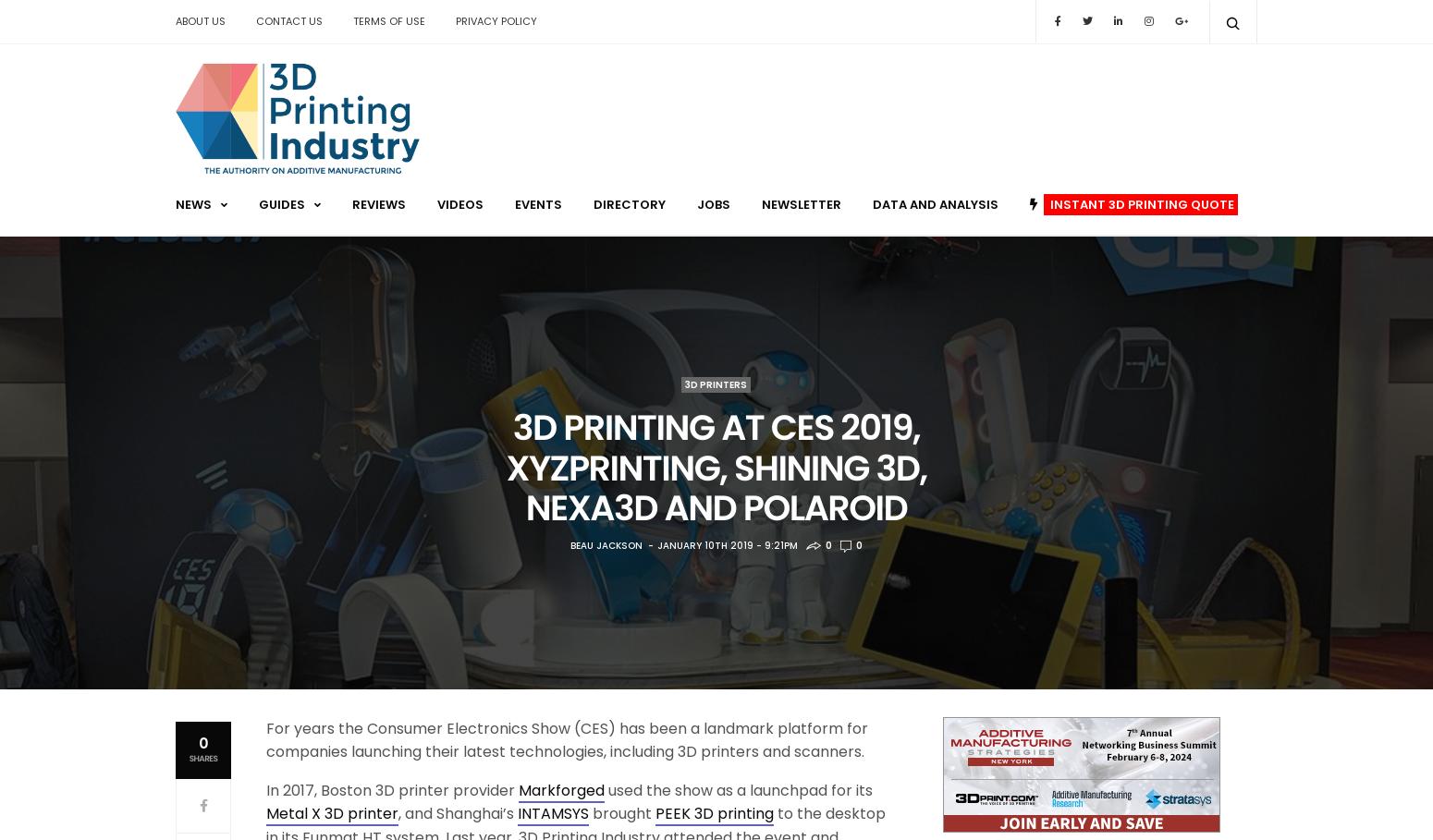 Image resolution: width=1433 pixels, height=840 pixels. I want to click on 'In 2017, Boston 3D printer provider', so click(265, 788).